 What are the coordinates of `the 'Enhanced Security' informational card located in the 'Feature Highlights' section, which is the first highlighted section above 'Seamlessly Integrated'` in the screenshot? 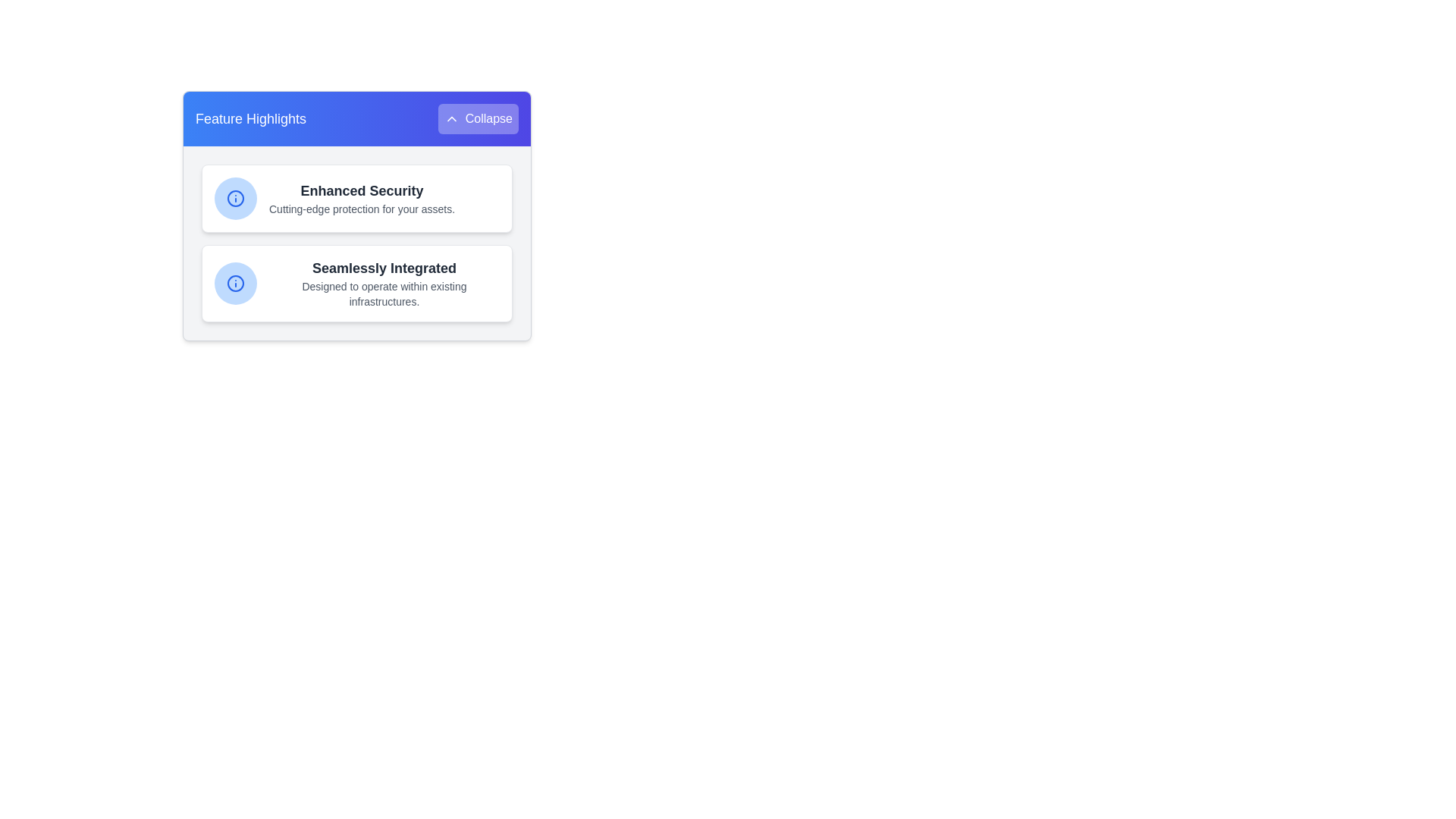 It's located at (356, 198).